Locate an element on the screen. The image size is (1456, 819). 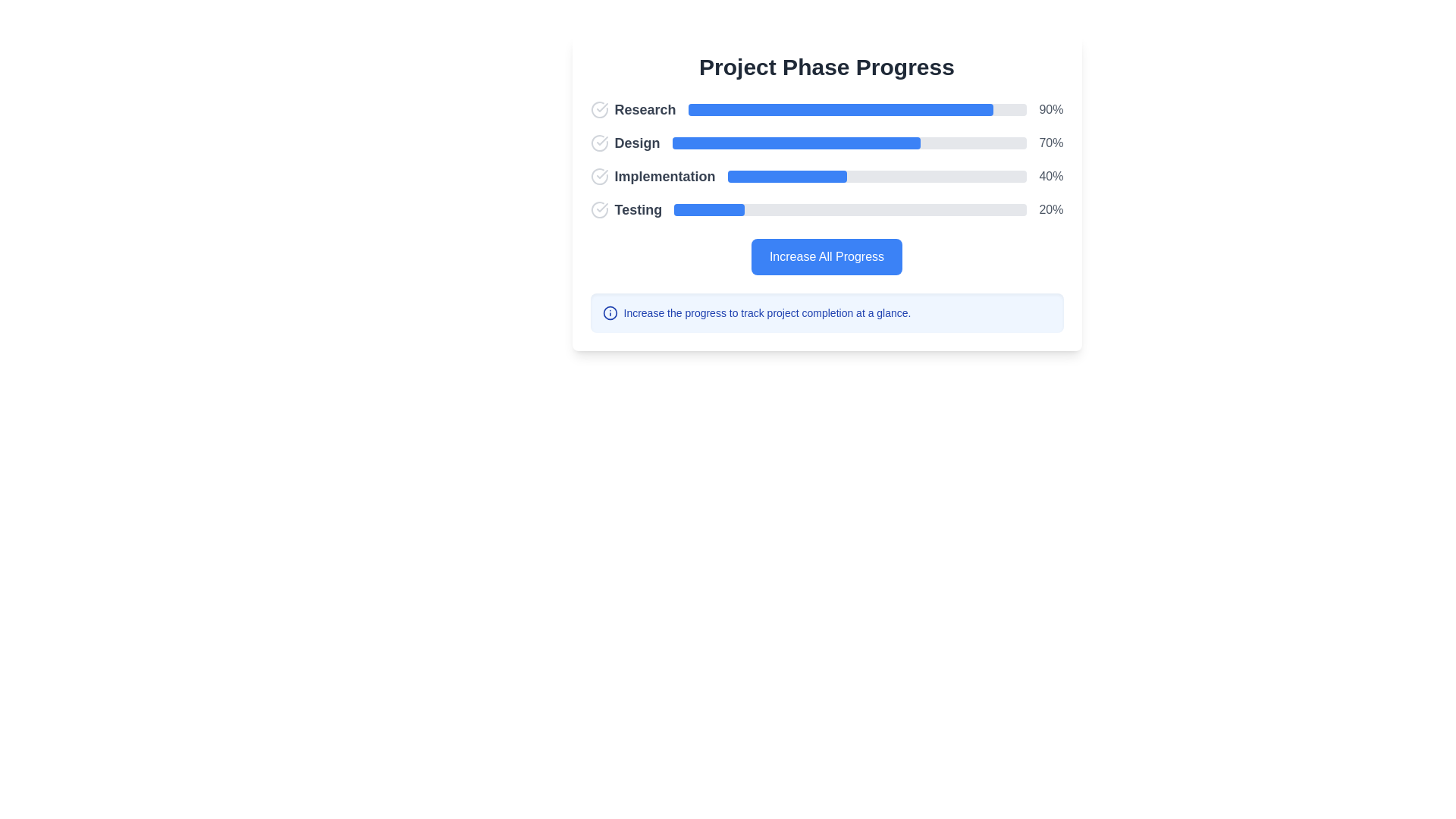
the text label that displays the percentage progress for the 'Design' phase in the project progress tracker, positioned at the far-right end of the 'Design' progress row is located at coordinates (1050, 143).